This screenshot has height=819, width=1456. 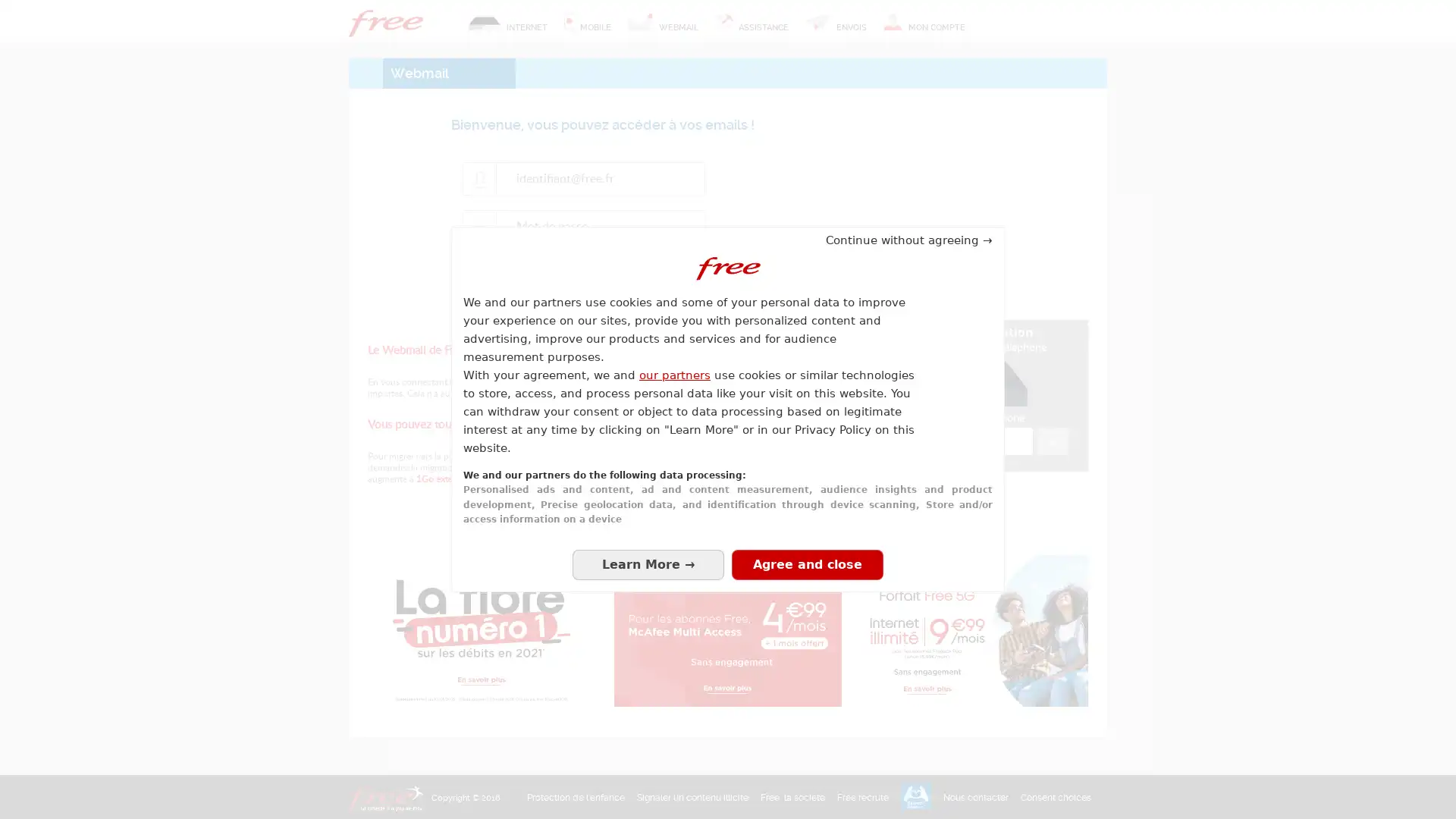 I want to click on Agree to our data processing and close, so click(x=807, y=564).